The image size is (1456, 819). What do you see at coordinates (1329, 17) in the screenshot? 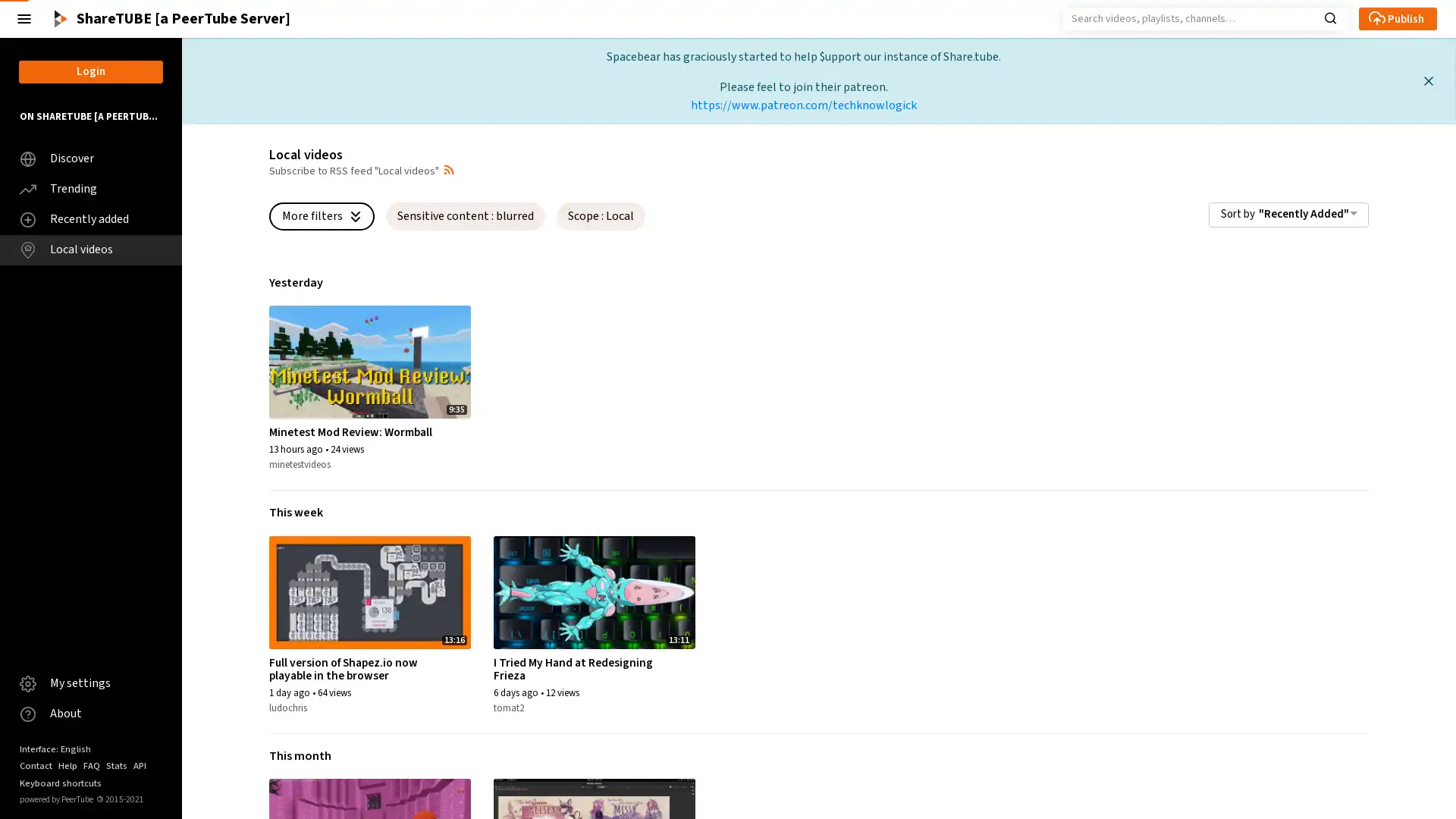
I see `Search` at bounding box center [1329, 17].